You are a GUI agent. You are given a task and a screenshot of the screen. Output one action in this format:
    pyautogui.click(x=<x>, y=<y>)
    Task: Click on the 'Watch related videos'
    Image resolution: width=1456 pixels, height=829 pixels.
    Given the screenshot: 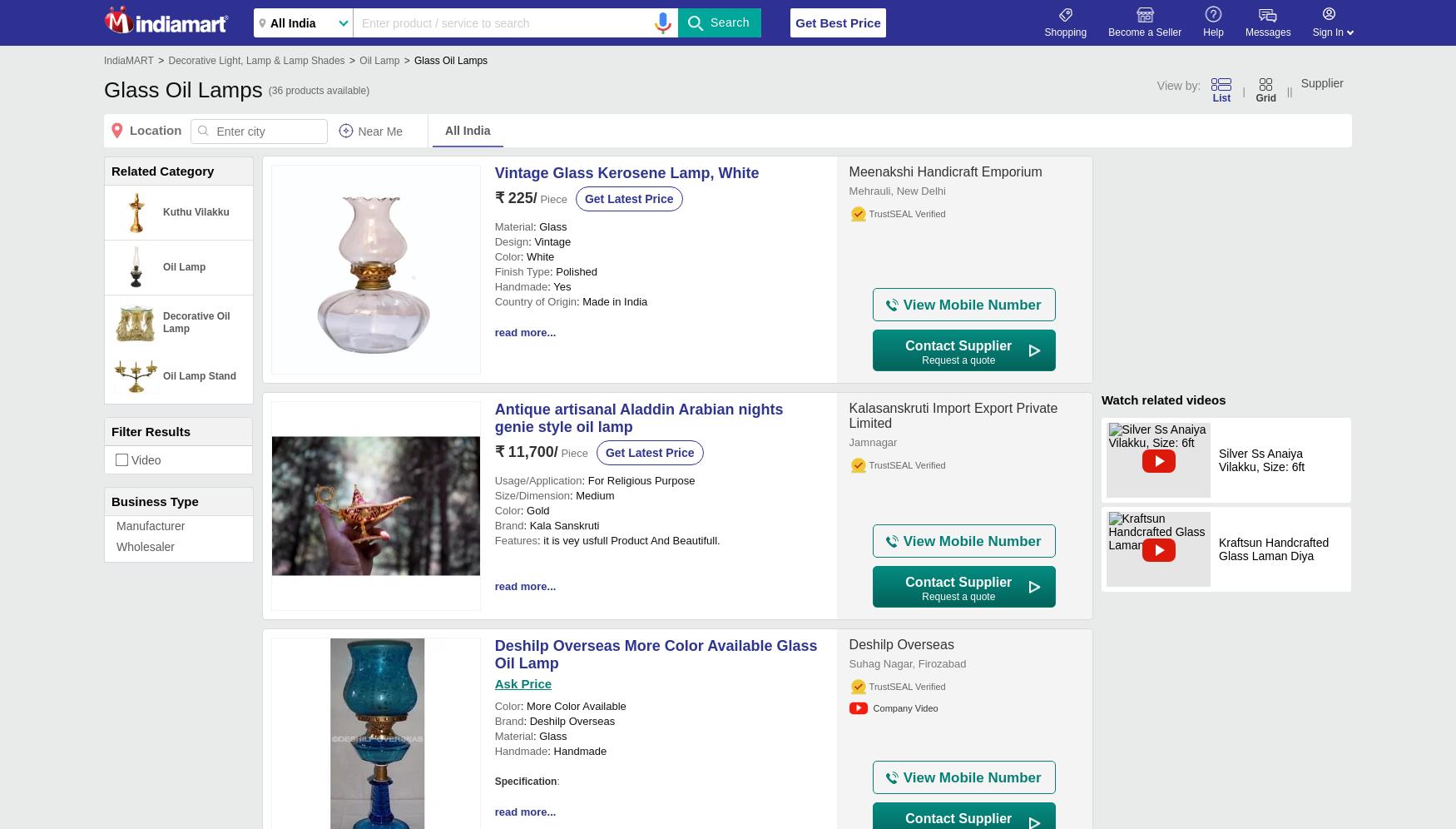 What is the action you would take?
    pyautogui.click(x=1102, y=399)
    